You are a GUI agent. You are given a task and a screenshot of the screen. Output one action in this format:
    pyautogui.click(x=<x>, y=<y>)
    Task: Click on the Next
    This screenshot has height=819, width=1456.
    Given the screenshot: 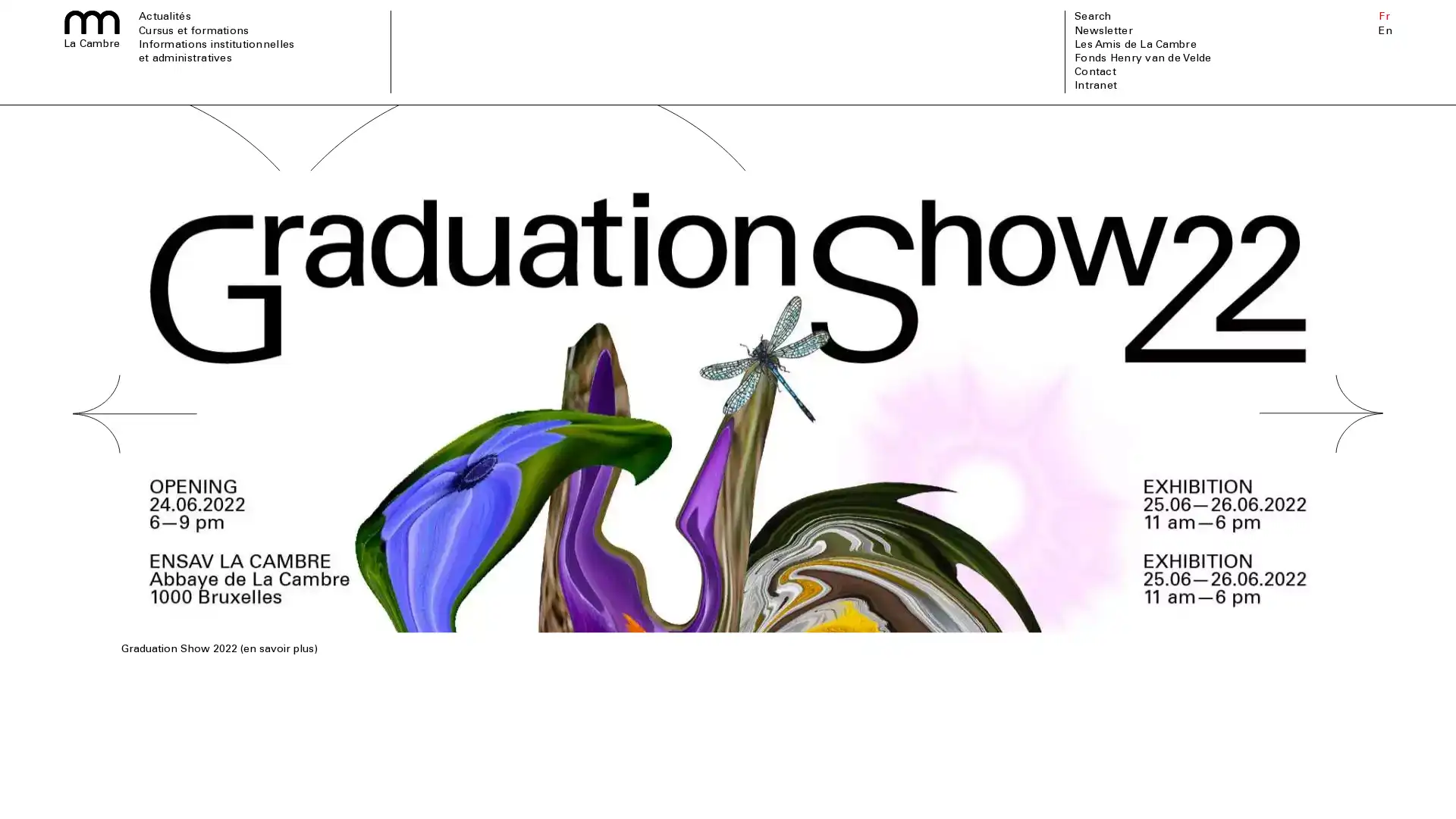 What is the action you would take?
    pyautogui.click(x=1320, y=461)
    